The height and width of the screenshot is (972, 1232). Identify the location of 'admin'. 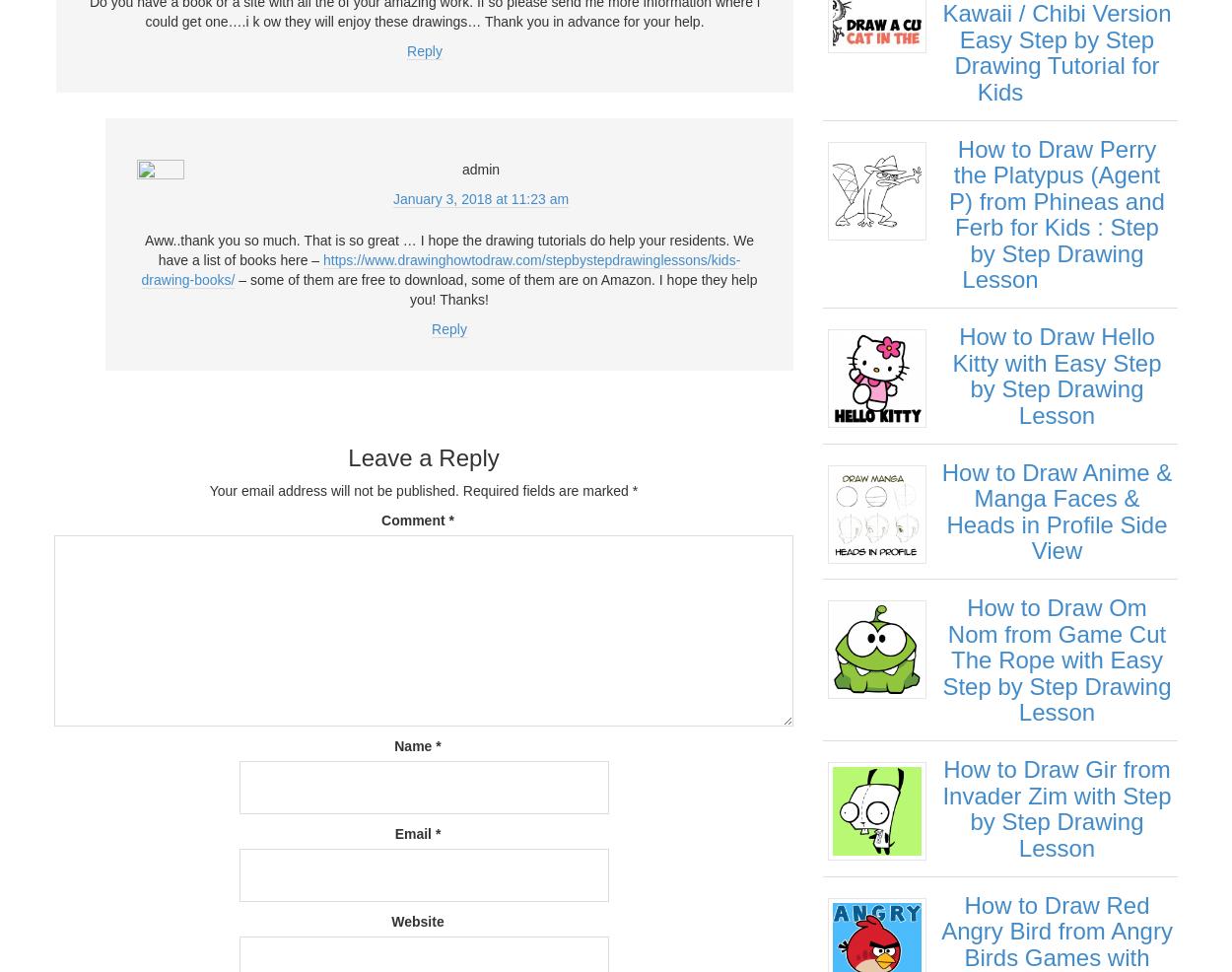
(479, 168).